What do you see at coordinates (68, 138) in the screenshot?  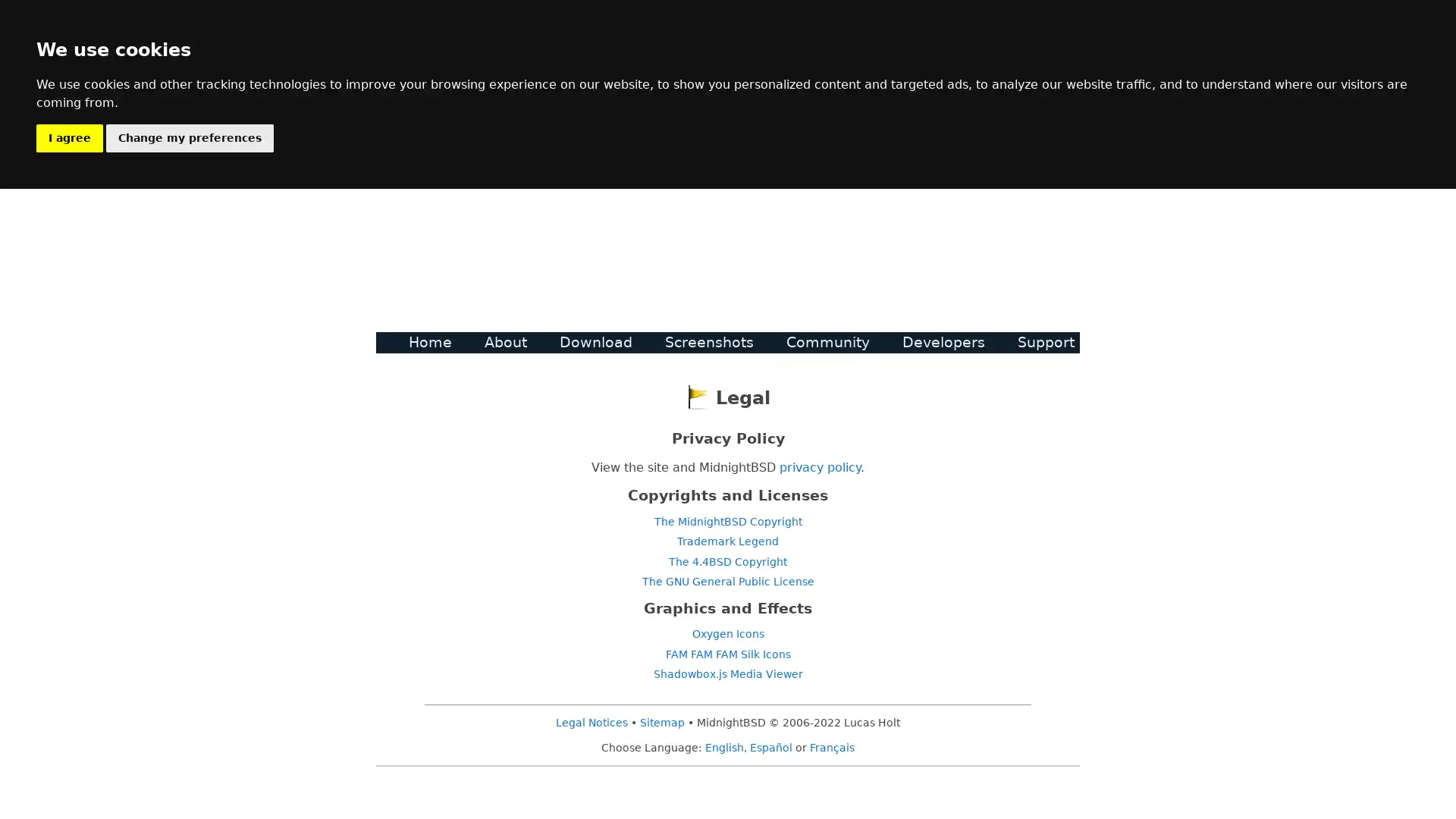 I see `I agree` at bounding box center [68, 138].